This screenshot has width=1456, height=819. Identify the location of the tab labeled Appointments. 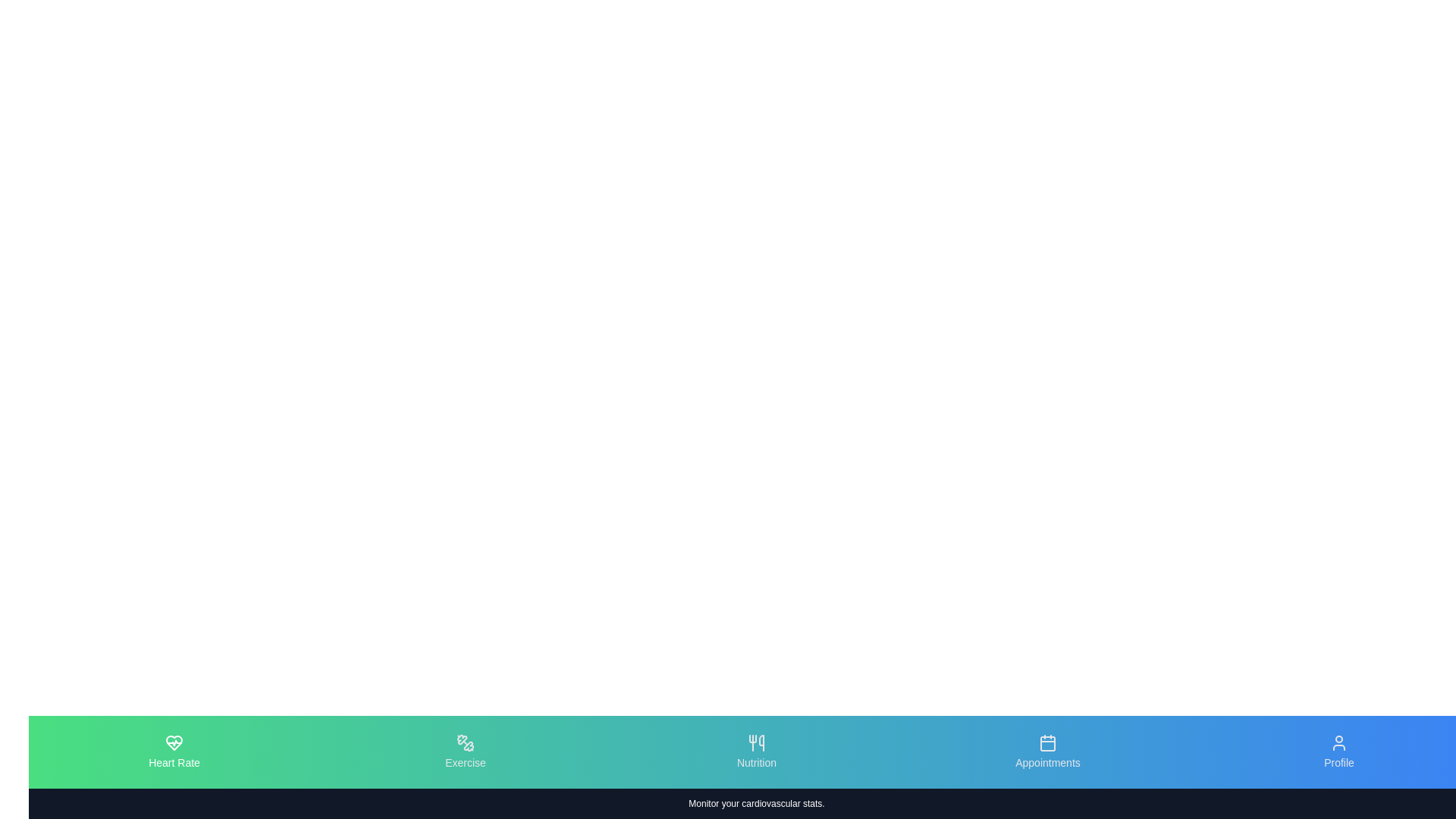
(1047, 752).